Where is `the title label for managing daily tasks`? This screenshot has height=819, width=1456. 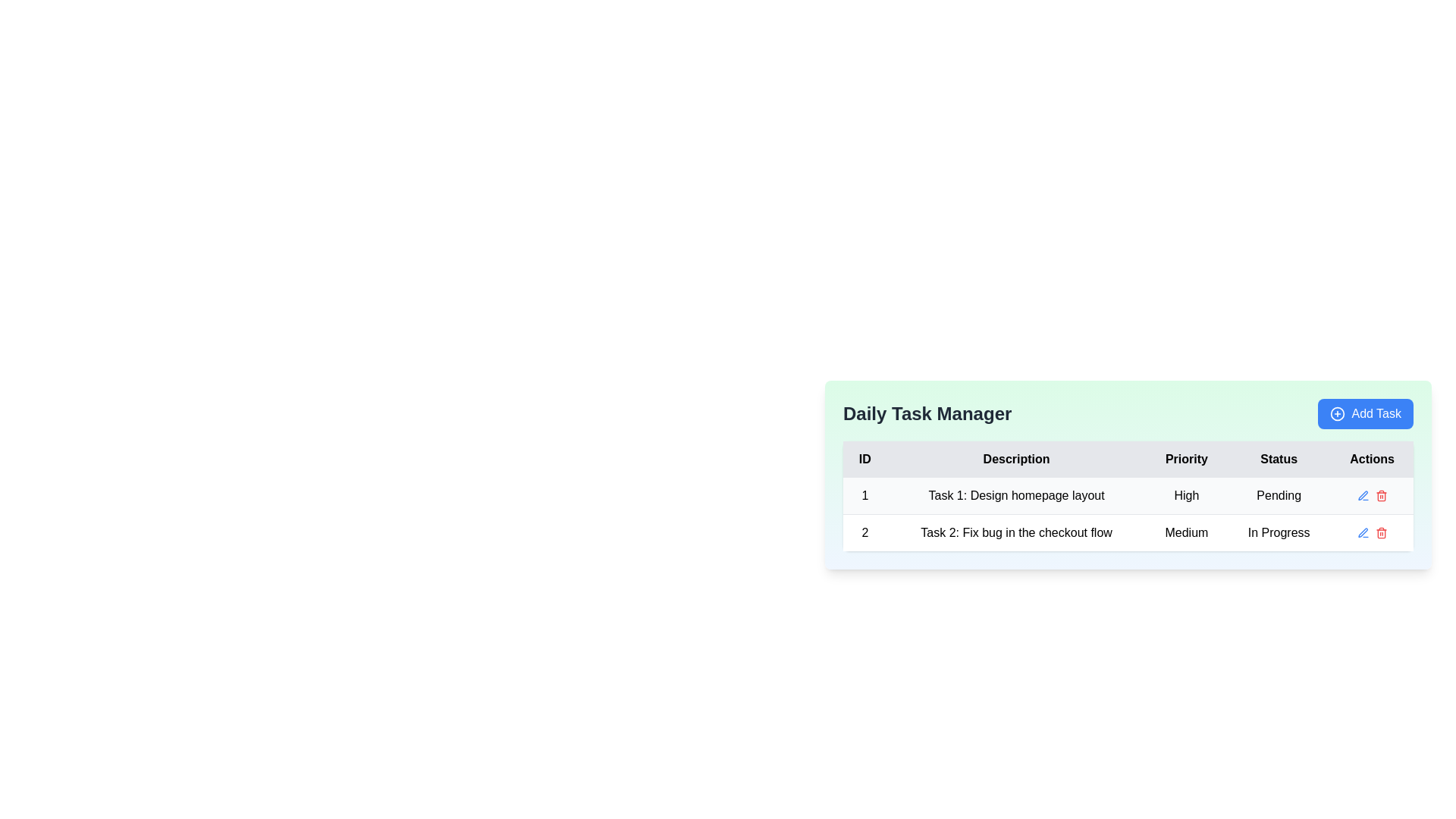
the title label for managing daily tasks is located at coordinates (927, 414).